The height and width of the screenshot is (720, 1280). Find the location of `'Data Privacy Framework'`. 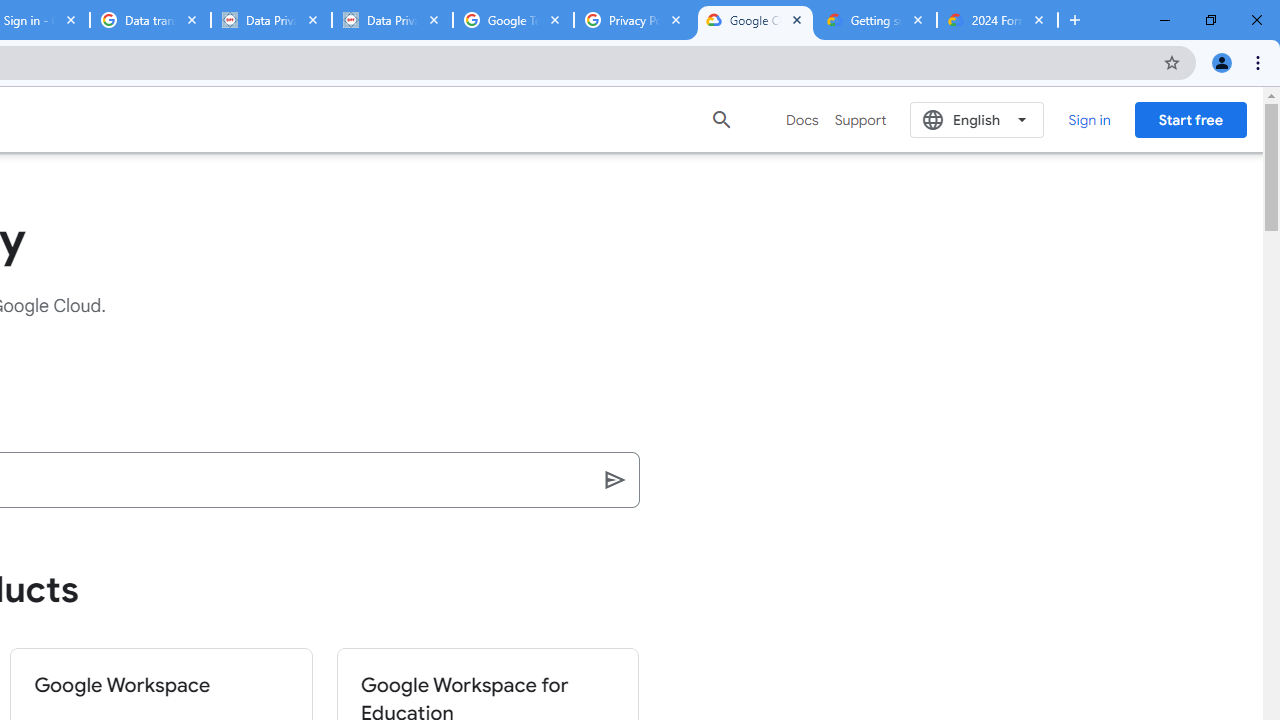

'Data Privacy Framework' is located at coordinates (392, 20).